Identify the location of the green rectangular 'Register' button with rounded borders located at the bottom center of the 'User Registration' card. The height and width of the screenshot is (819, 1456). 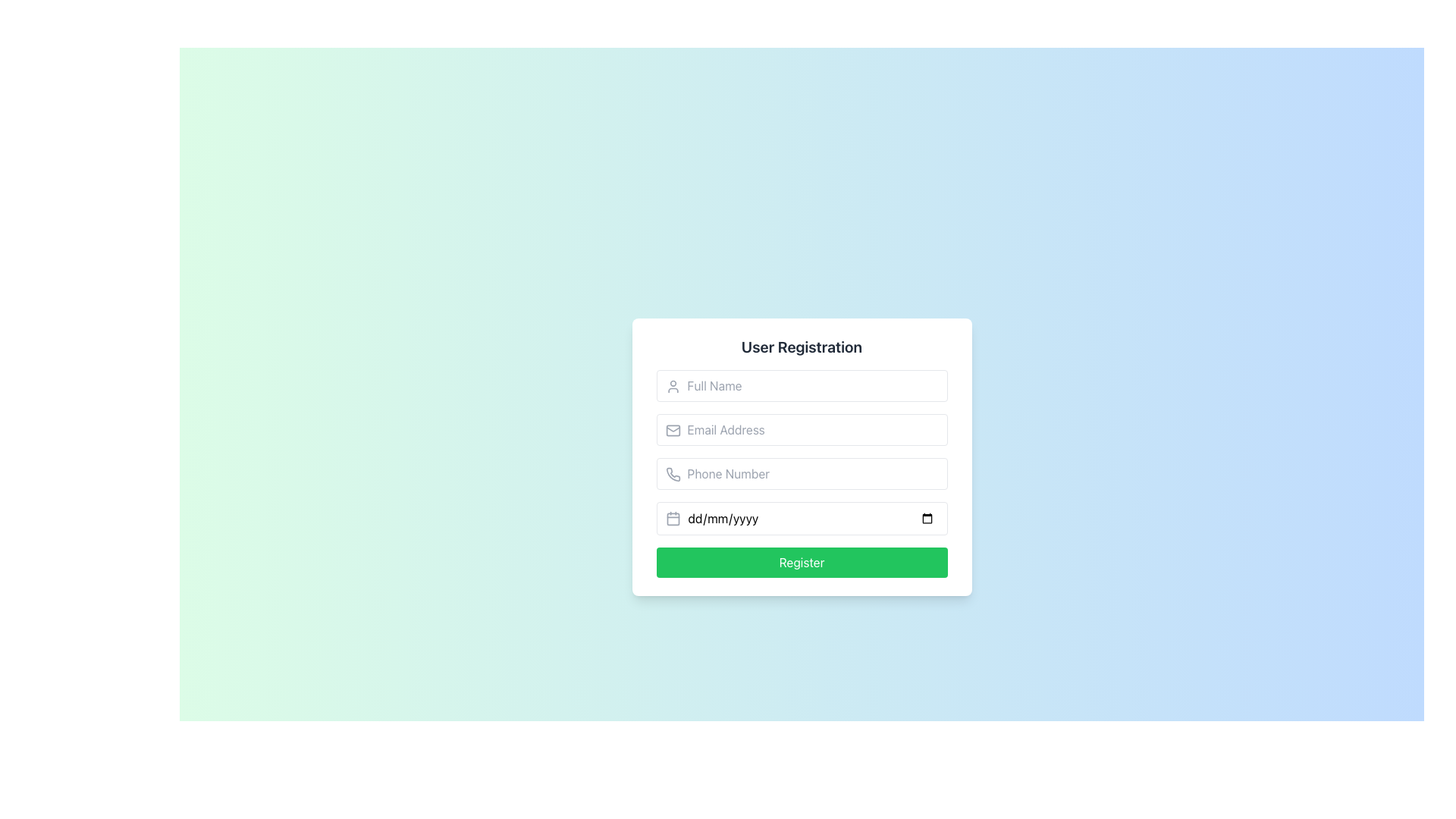
(801, 562).